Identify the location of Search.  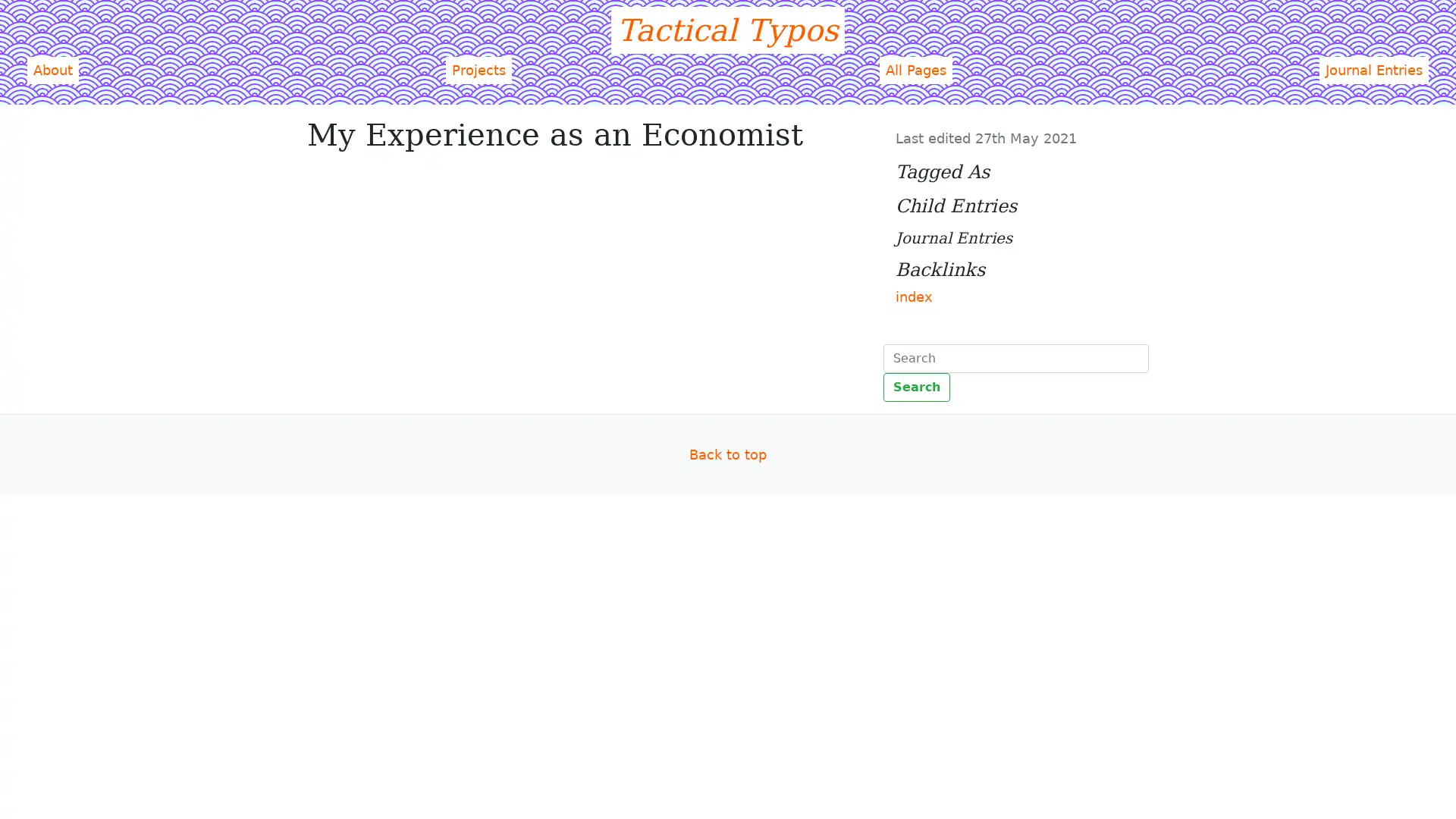
(916, 385).